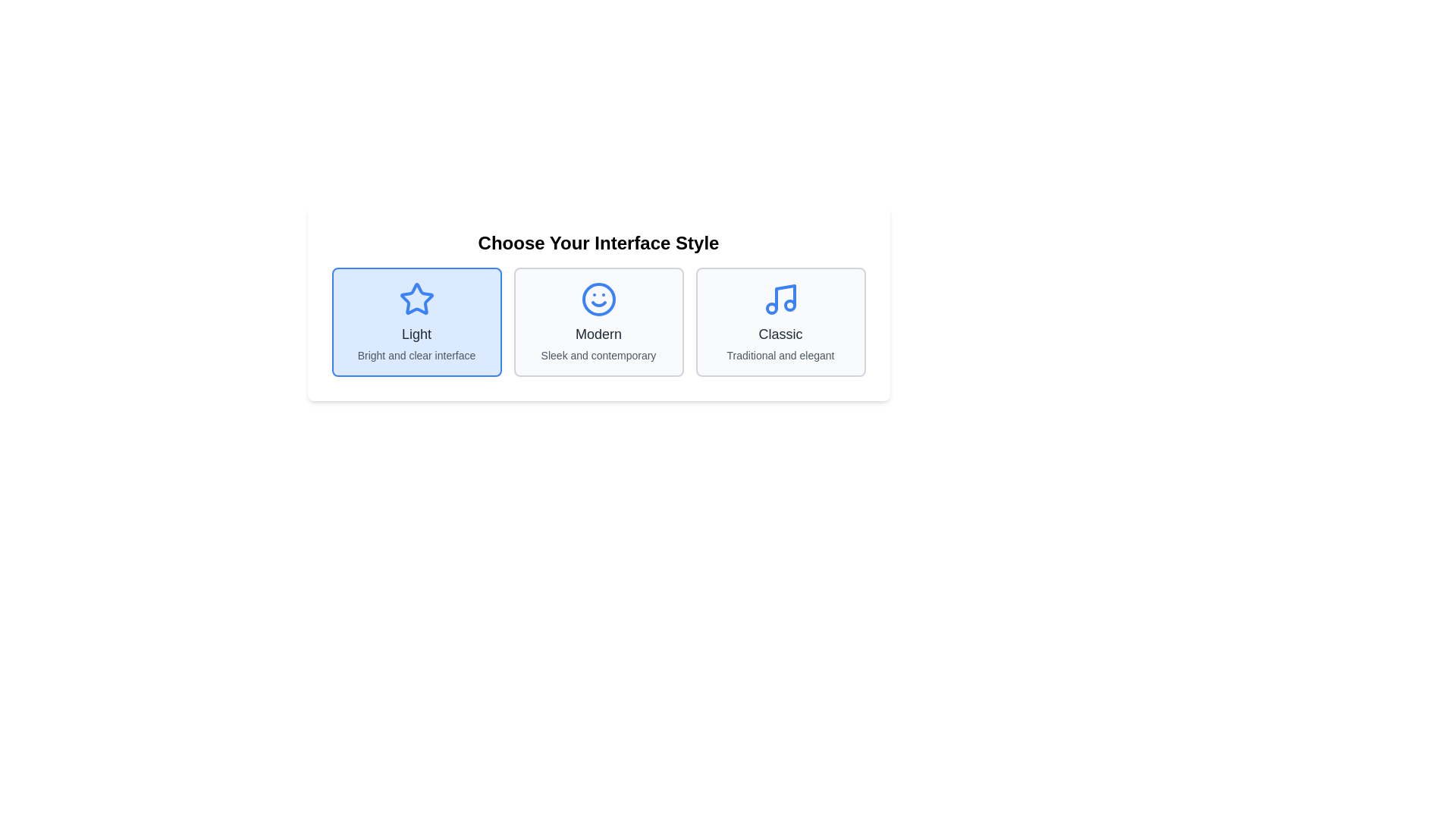  I want to click on the smiling face icon with a vivid blue outline in the 'Modern' section of the interface, so click(598, 299).